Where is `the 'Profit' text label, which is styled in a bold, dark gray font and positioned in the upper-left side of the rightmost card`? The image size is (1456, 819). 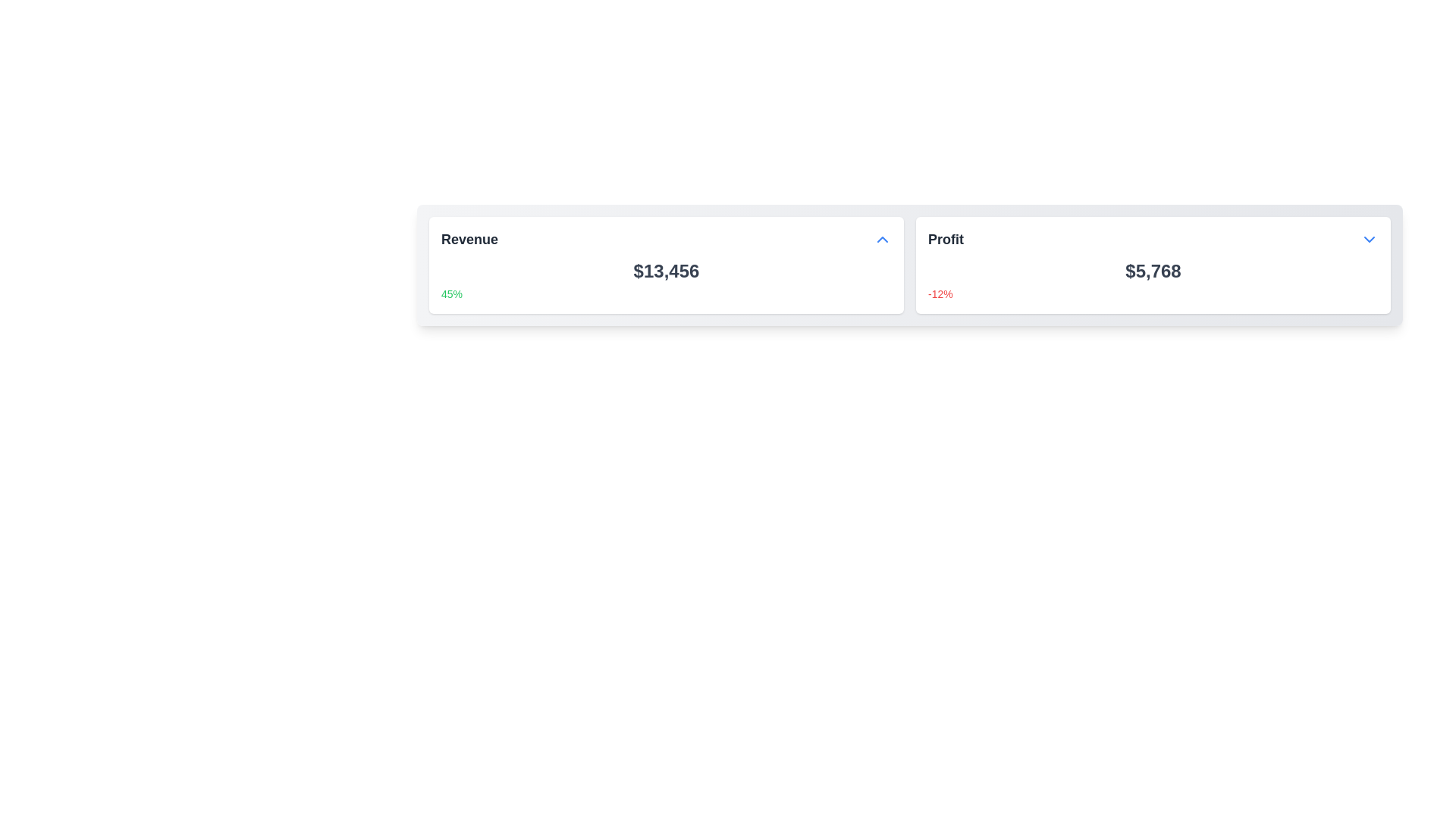 the 'Profit' text label, which is styled in a bold, dark gray font and positioned in the upper-left side of the rightmost card is located at coordinates (945, 239).